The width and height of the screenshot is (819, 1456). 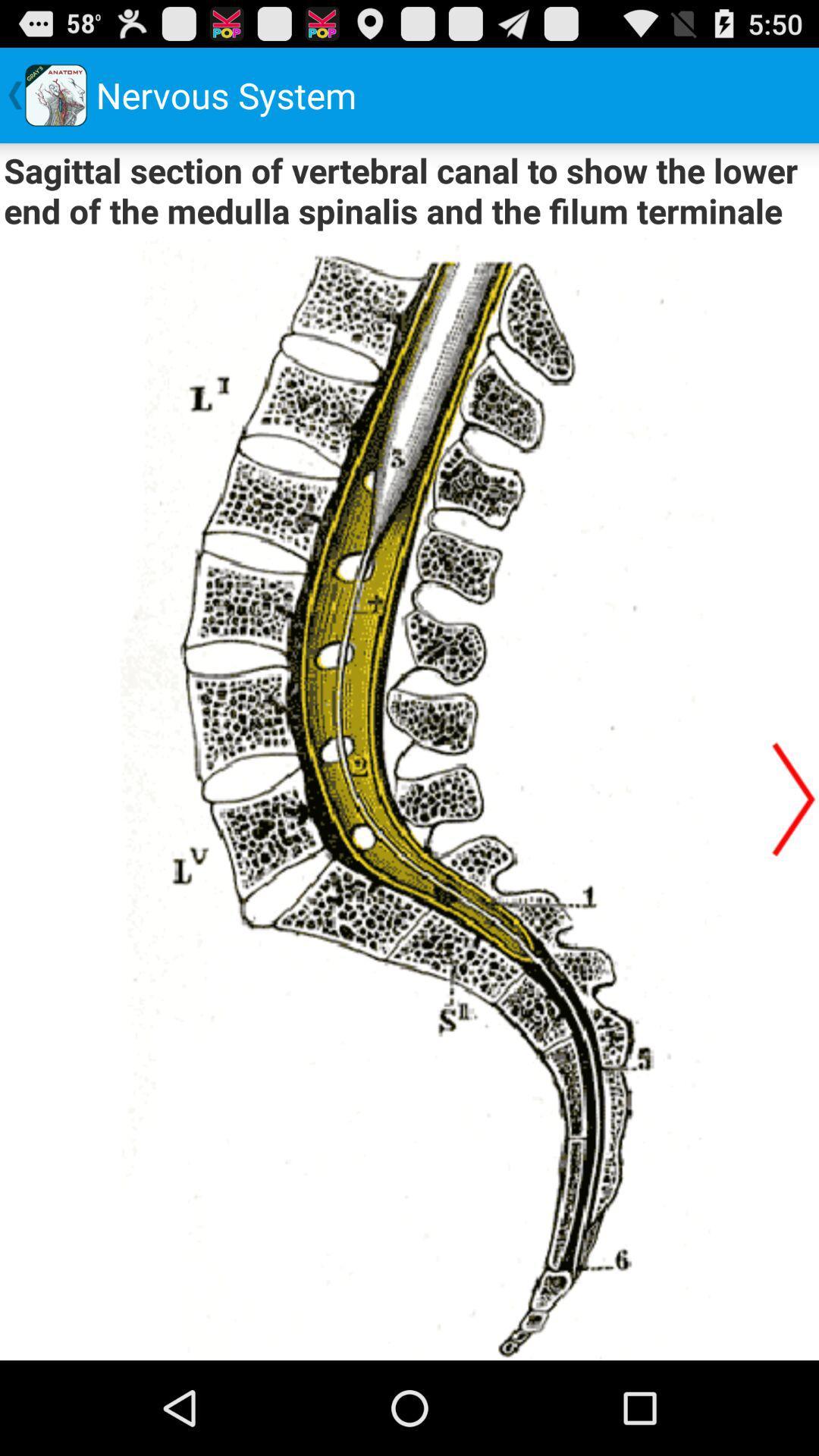 I want to click on next page, so click(x=792, y=798).